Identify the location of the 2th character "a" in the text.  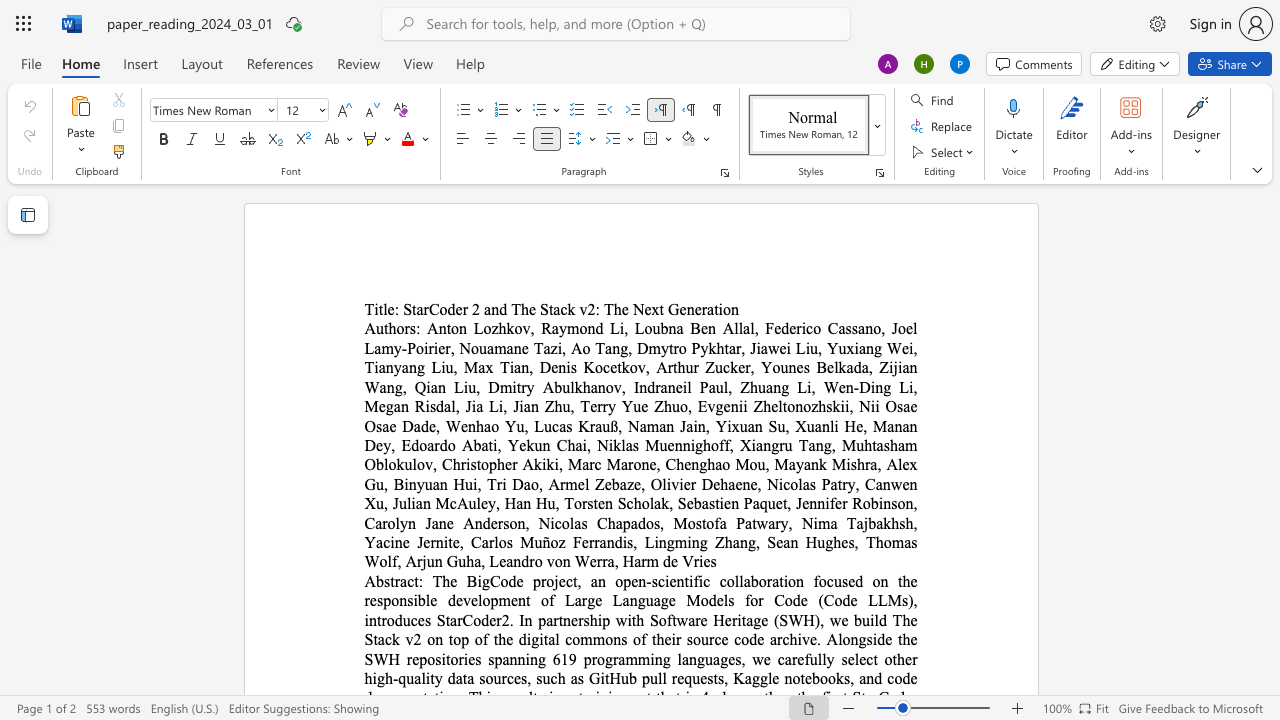
(487, 309).